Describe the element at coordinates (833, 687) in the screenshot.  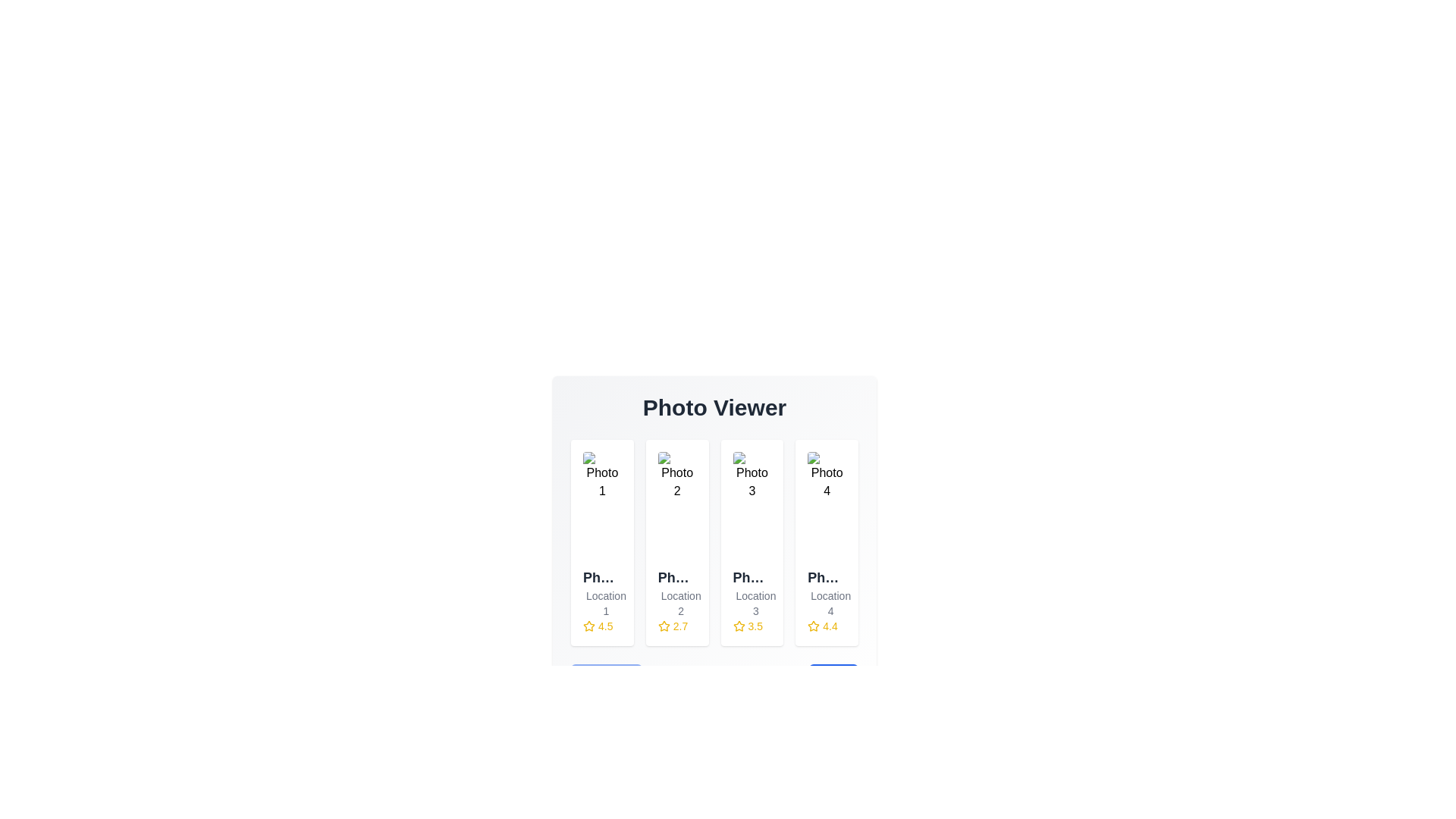
I see `the navigation button located at the bottom right corner of the interface` at that location.